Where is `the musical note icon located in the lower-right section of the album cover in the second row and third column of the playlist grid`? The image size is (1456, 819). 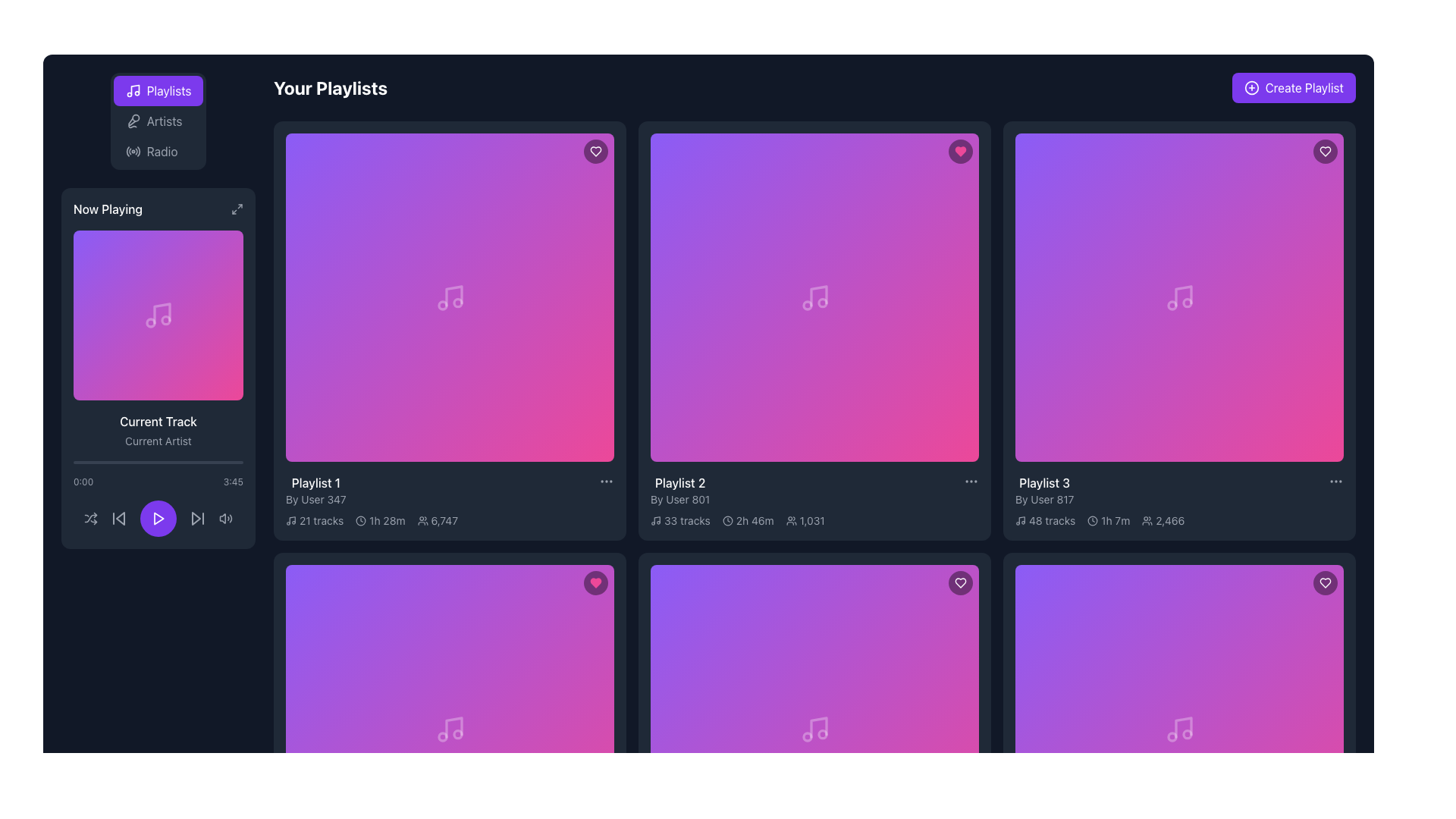
the musical note icon located in the lower-right section of the album cover in the second row and third column of the playlist grid is located at coordinates (453, 726).